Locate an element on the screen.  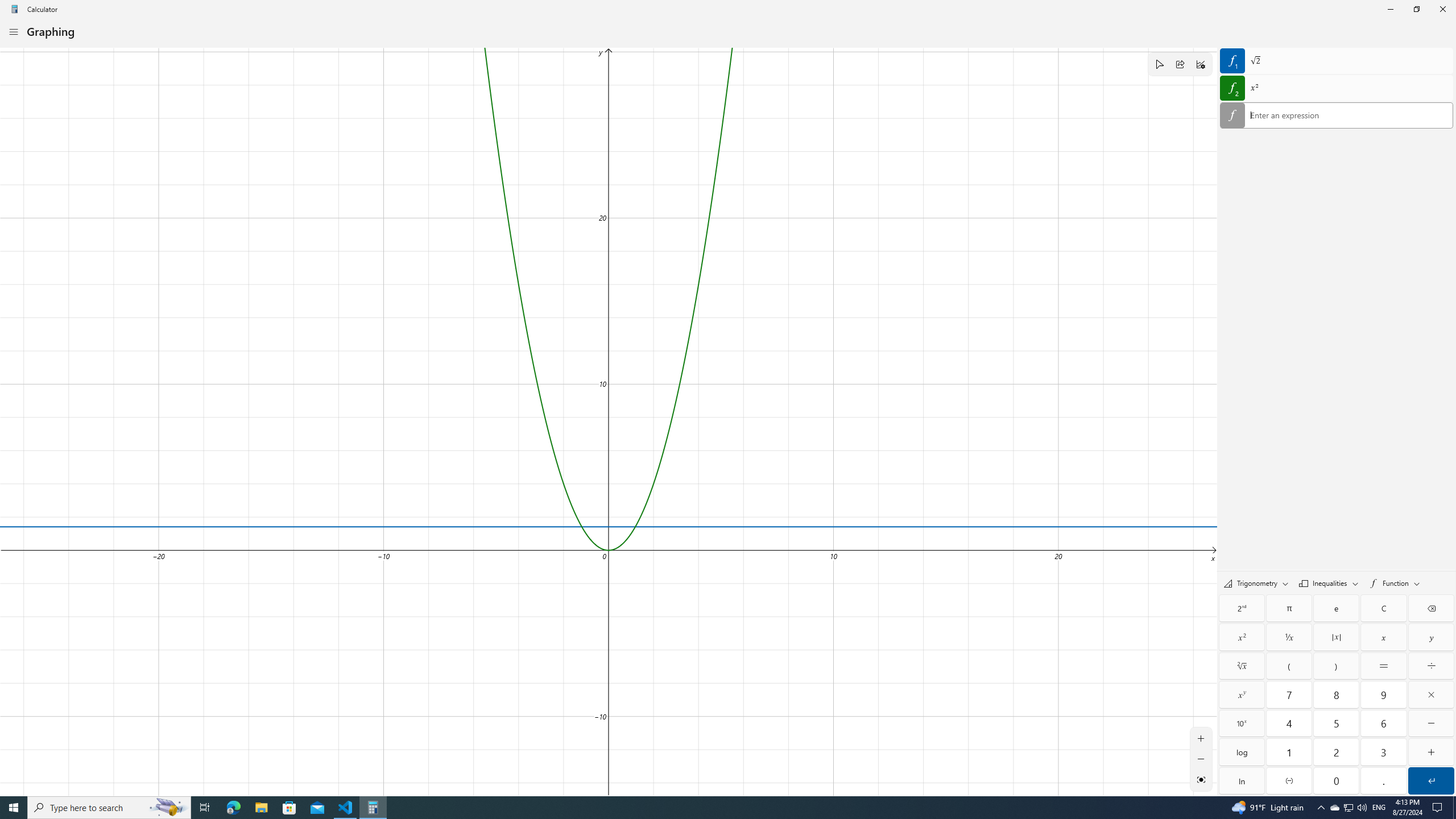
'Multiply by' is located at coordinates (1430, 694).